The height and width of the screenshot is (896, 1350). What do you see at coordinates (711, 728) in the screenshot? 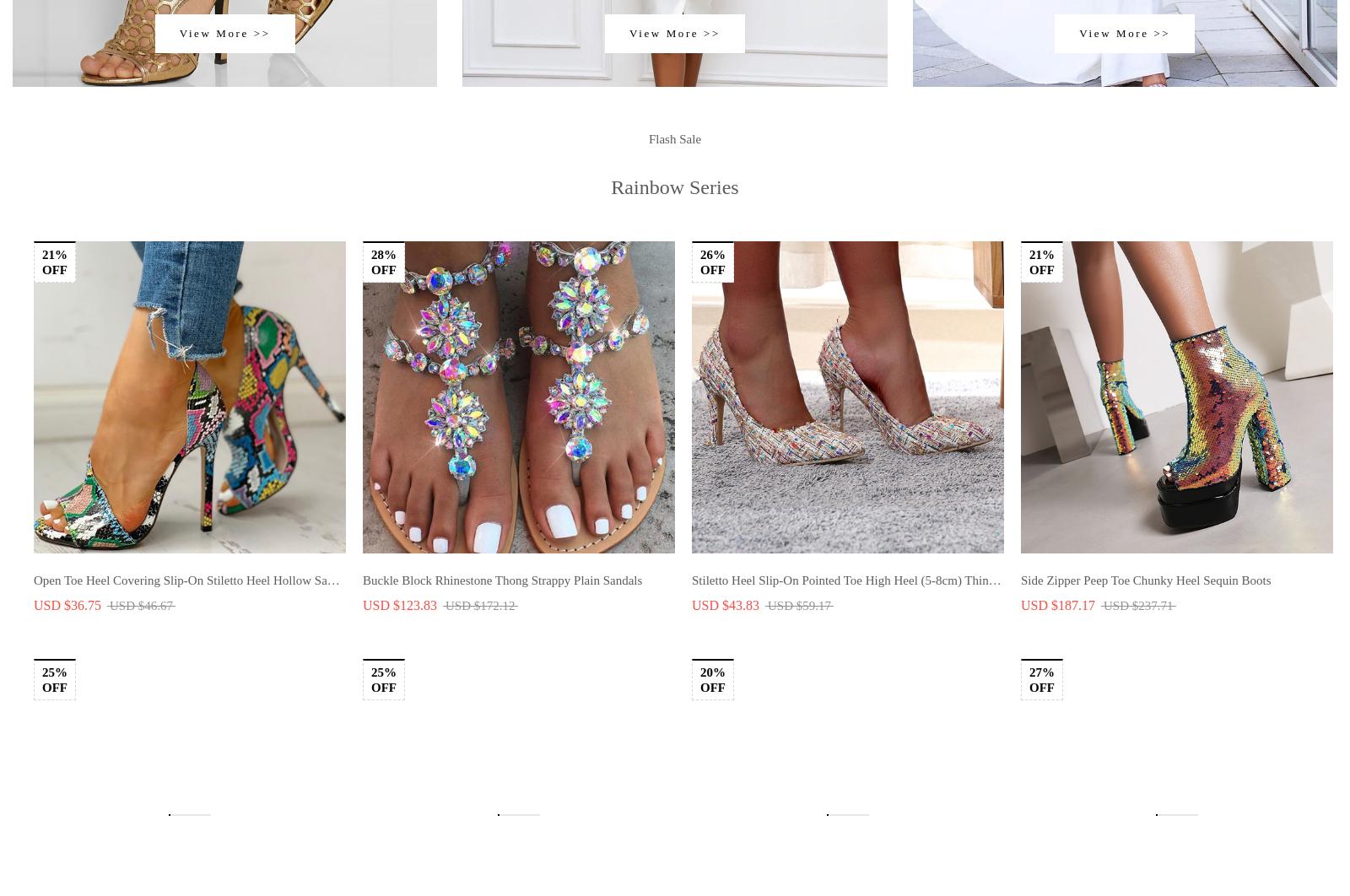
I see `'22%'` at bounding box center [711, 728].